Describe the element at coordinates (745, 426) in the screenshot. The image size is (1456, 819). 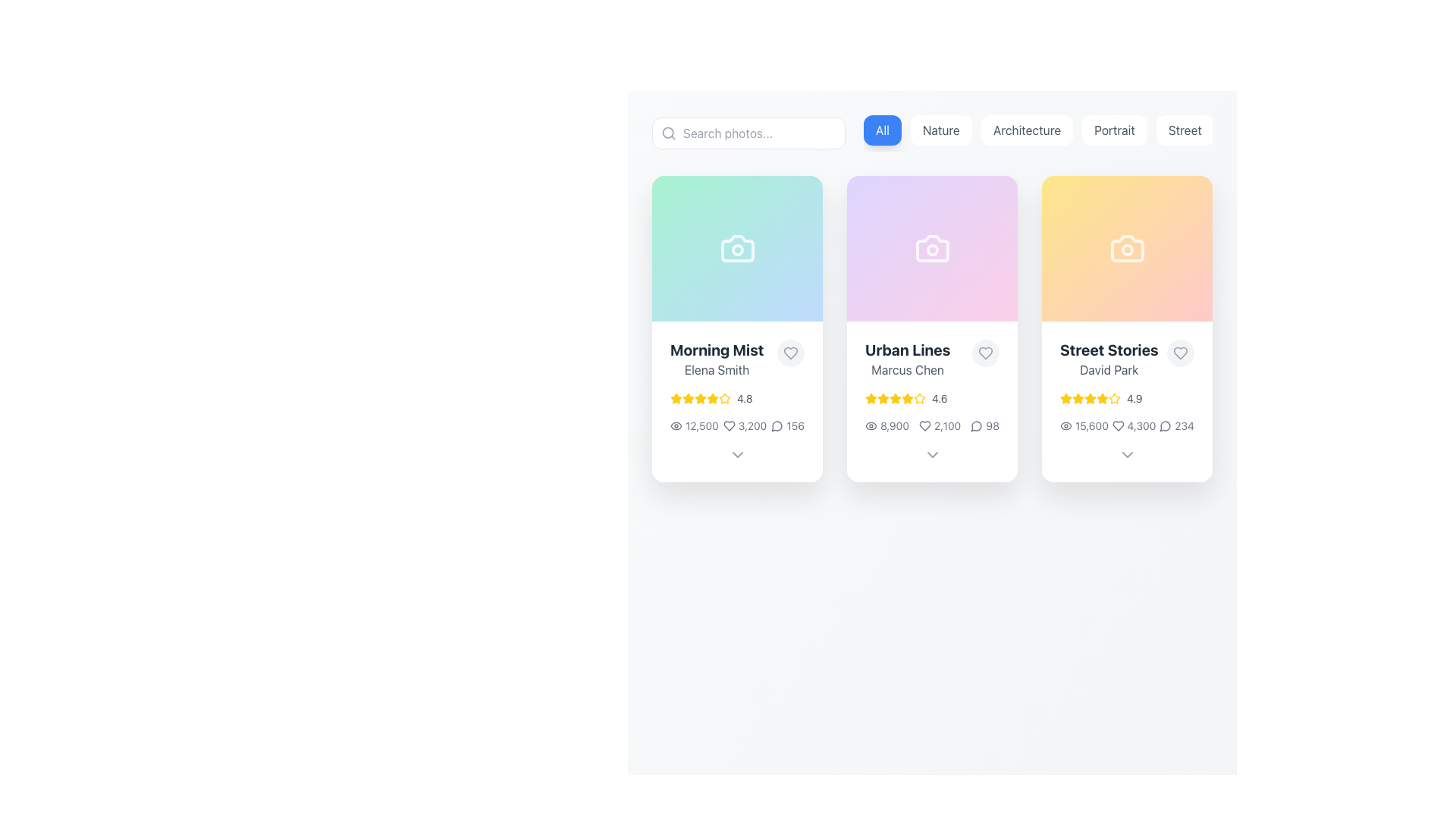
I see `the heart-shaped icon next to the numerical label '3,200'` at that location.